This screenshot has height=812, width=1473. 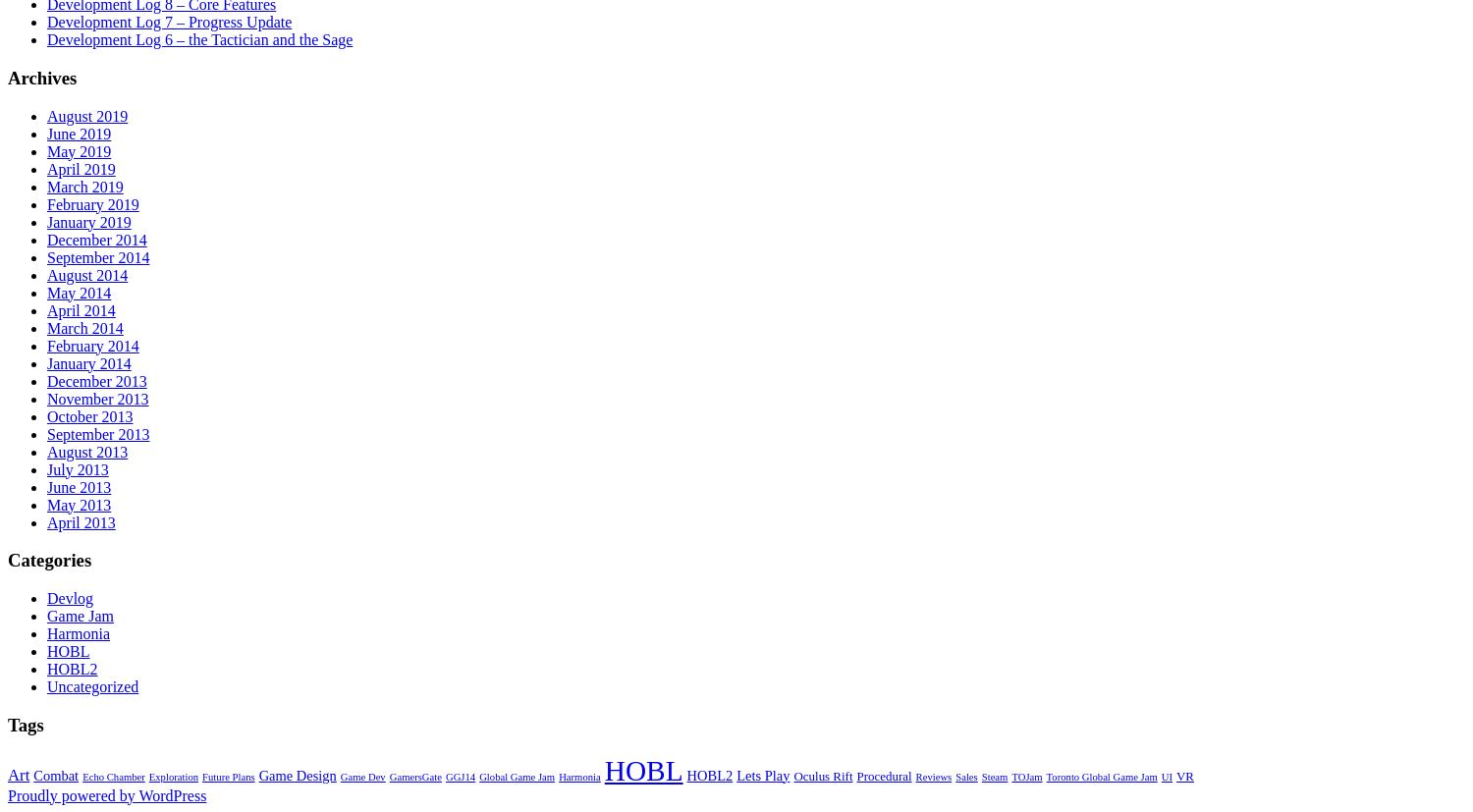 I want to click on 'Art', so click(x=19, y=774).